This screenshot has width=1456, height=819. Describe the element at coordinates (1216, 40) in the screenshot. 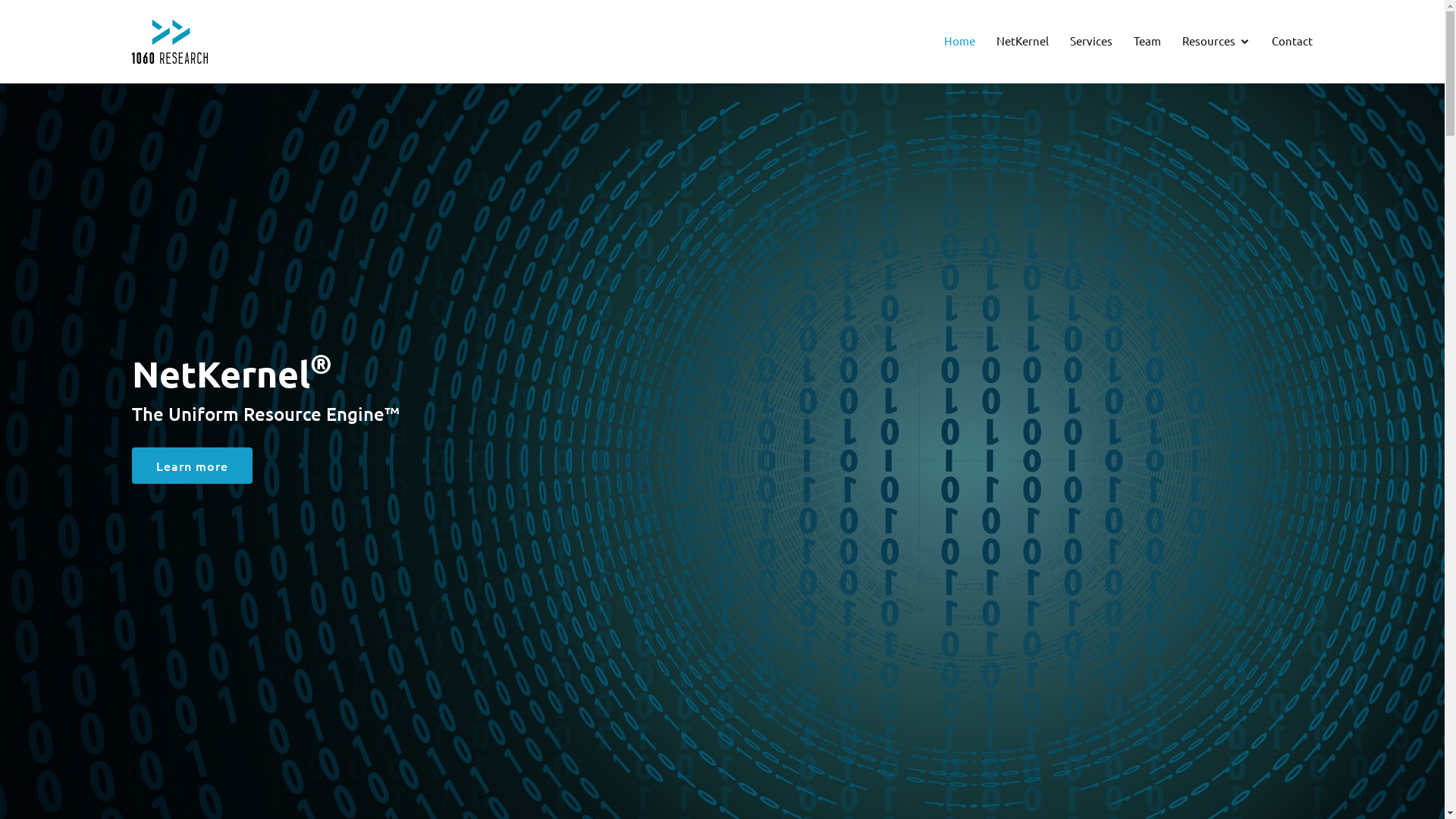

I see `'Resources'` at that location.